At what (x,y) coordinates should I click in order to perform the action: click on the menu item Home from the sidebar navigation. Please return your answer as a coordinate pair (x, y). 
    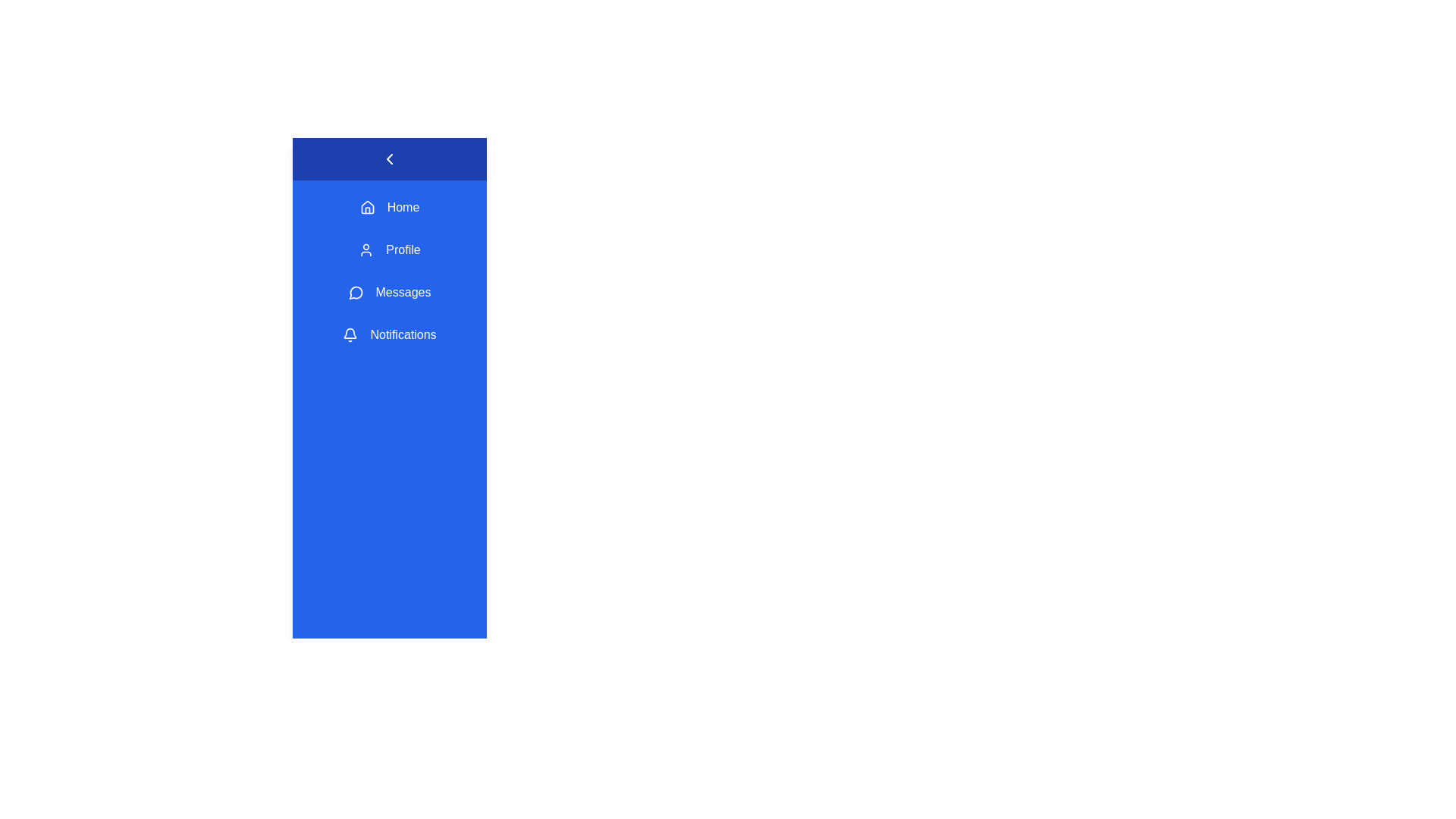
    Looking at the image, I should click on (389, 207).